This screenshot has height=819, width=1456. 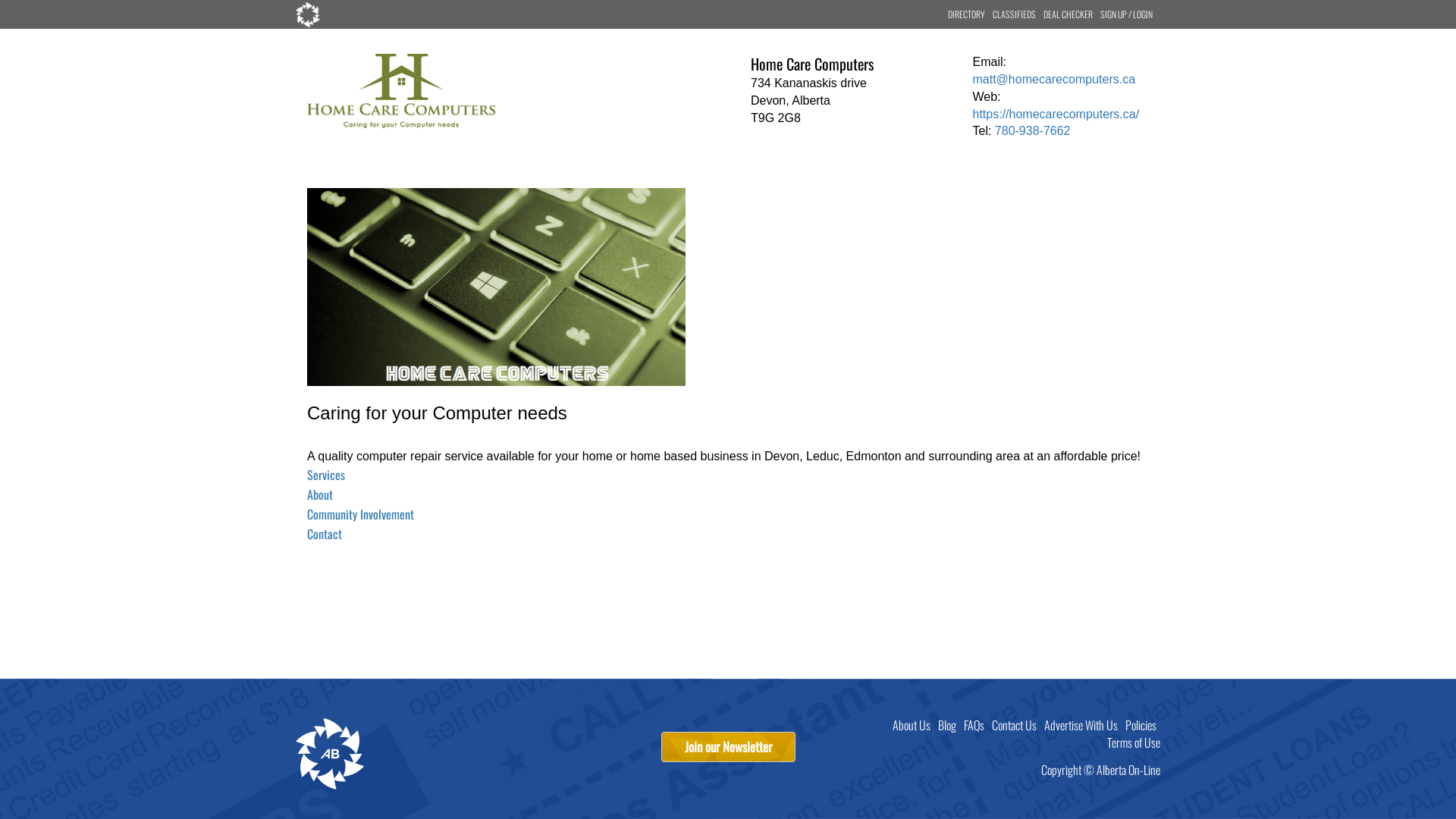 What do you see at coordinates (306, 514) in the screenshot?
I see `'Community Involvement'` at bounding box center [306, 514].